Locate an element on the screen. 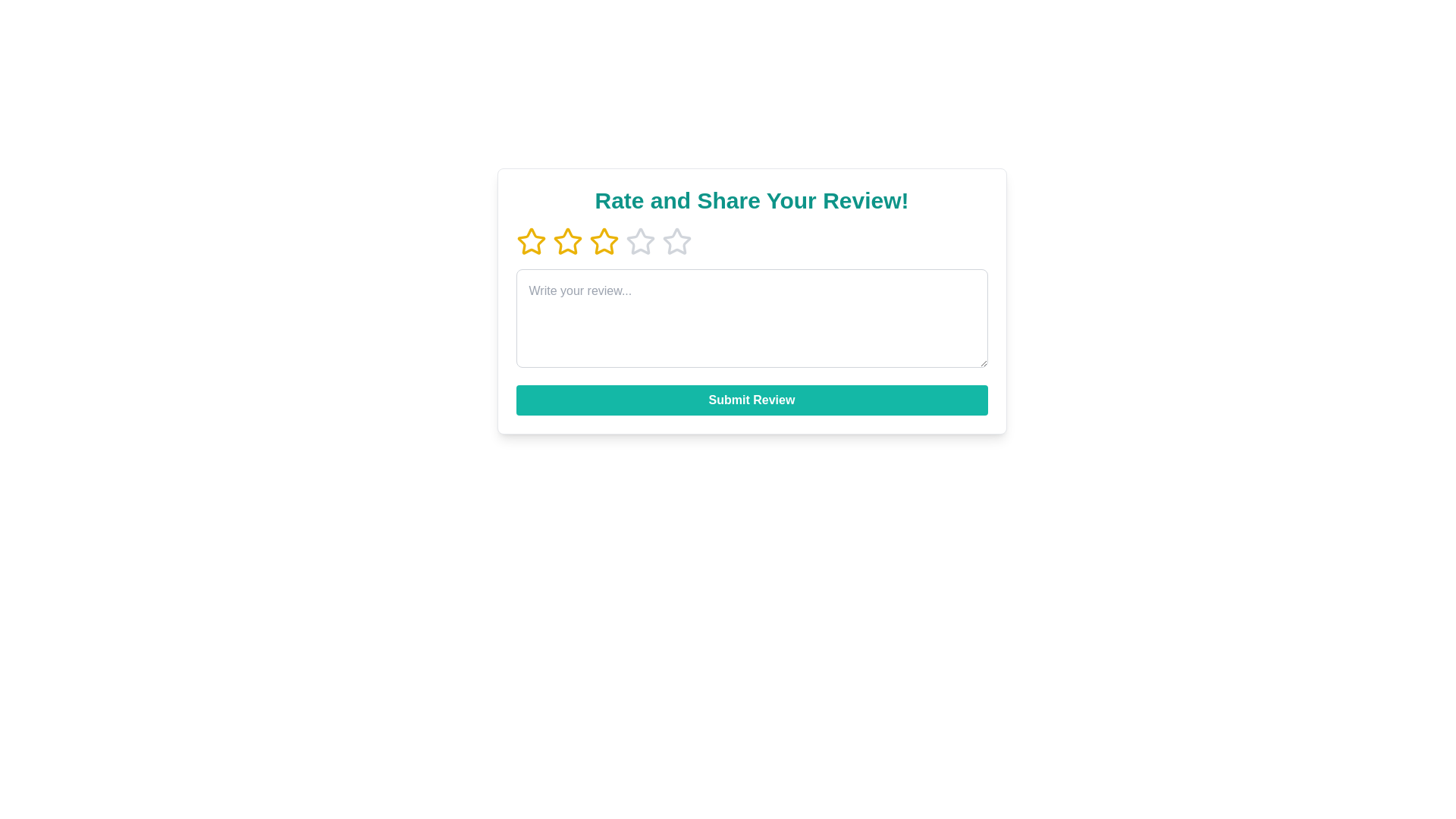 Image resolution: width=1456 pixels, height=819 pixels. the submit button to submit the review is located at coordinates (752, 400).